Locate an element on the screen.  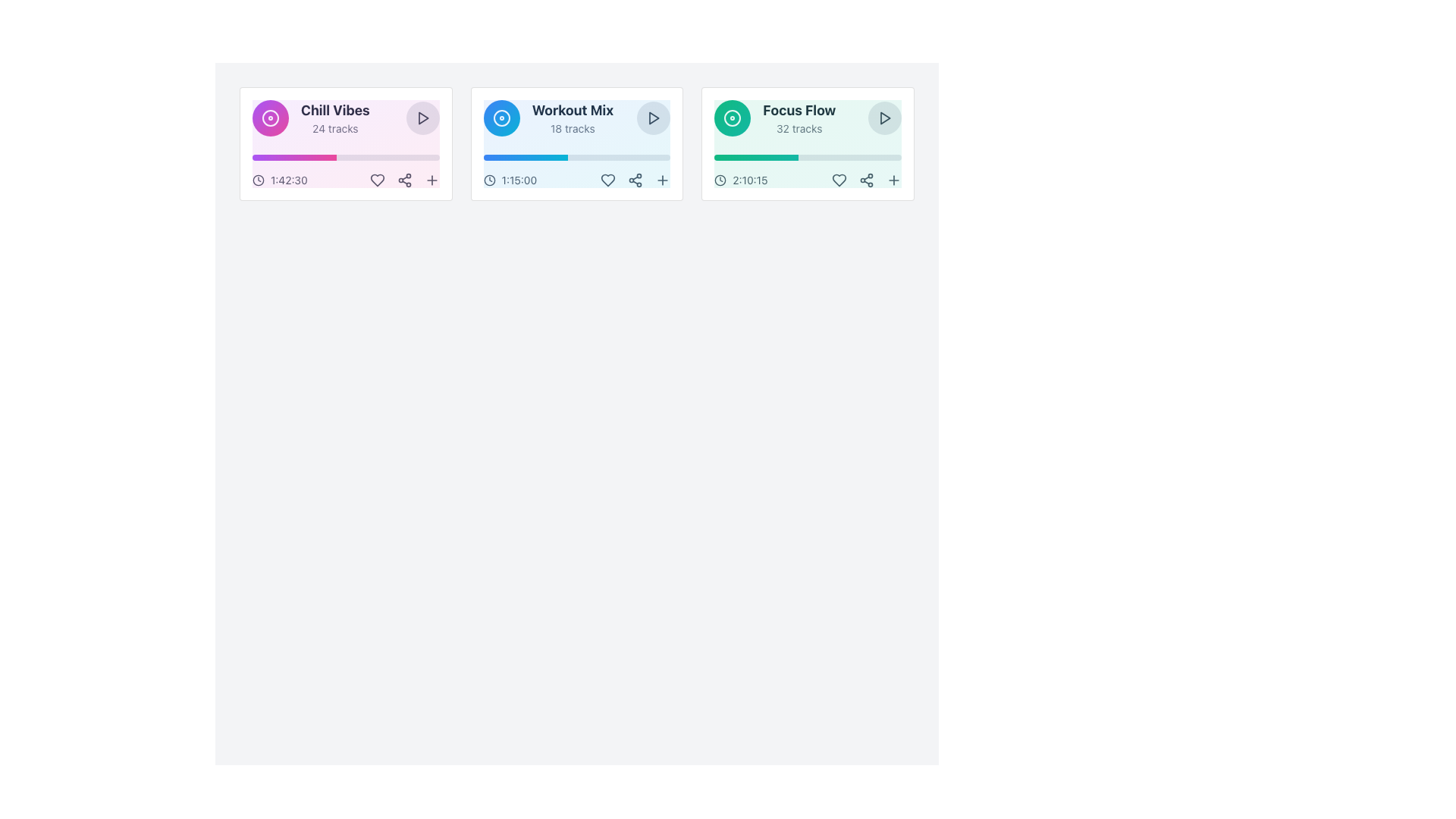
text label located at the top-right card in the grid layout, which provides the title and additional detail about the playlist or content card is located at coordinates (799, 117).